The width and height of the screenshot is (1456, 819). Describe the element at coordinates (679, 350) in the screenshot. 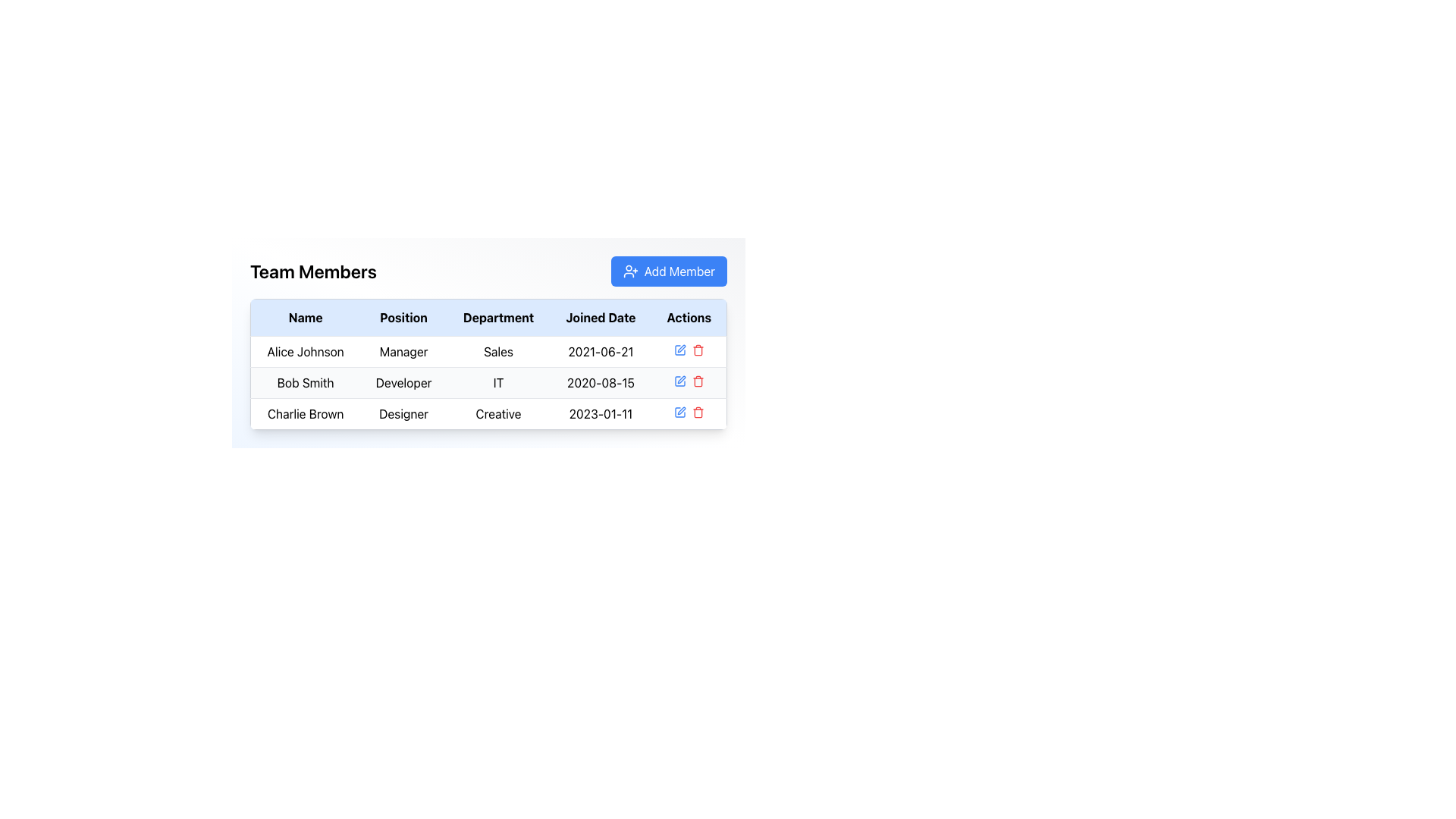

I see `the editing icon in the 'Actions' column of the table corresponding to 'Bob Smith.'` at that location.